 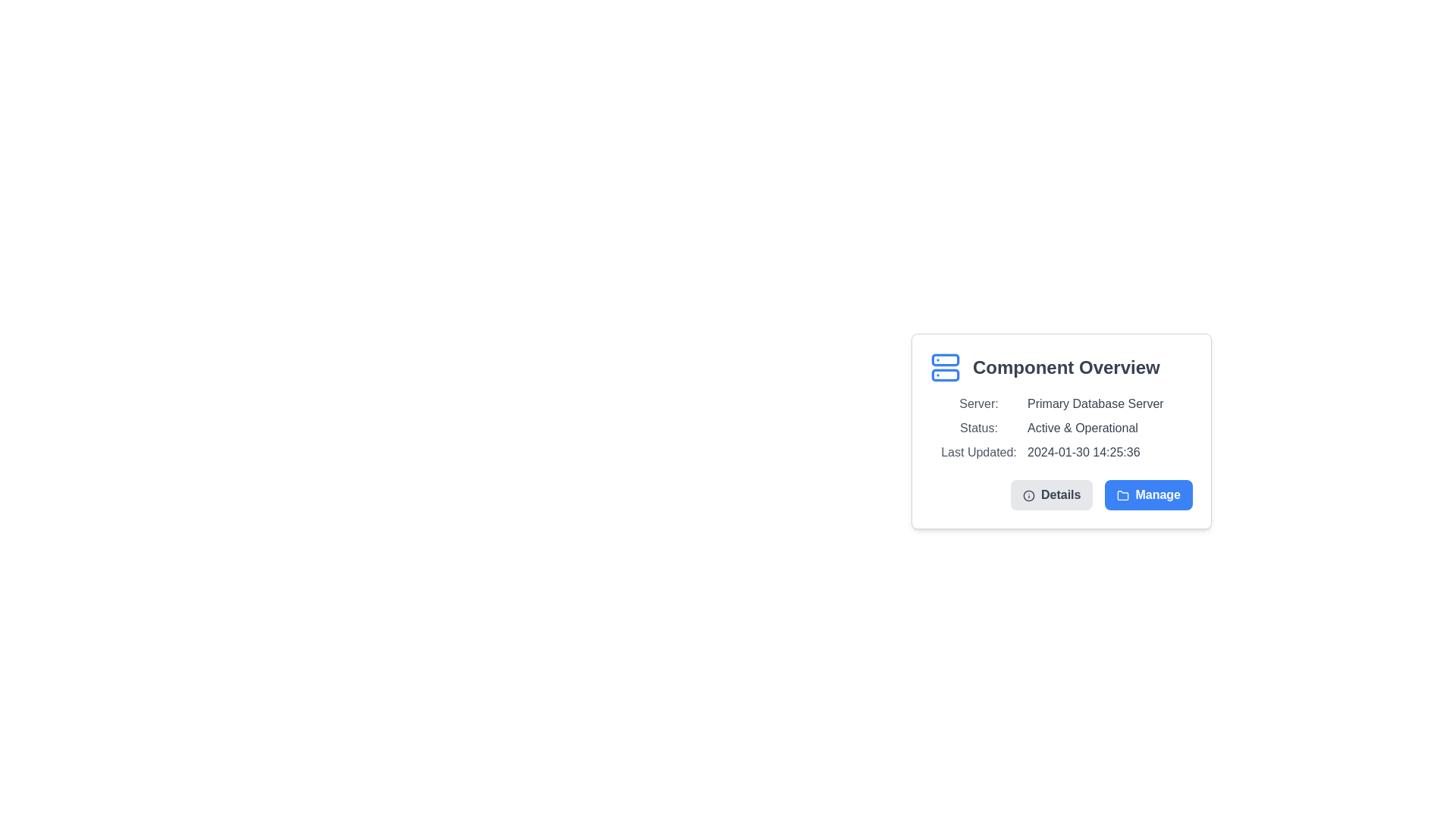 What do you see at coordinates (1123, 495) in the screenshot?
I see `the icon located within the blue 'Manage' button in the bottom-right corner of the card, which precedes the text label 'Manage'` at bounding box center [1123, 495].